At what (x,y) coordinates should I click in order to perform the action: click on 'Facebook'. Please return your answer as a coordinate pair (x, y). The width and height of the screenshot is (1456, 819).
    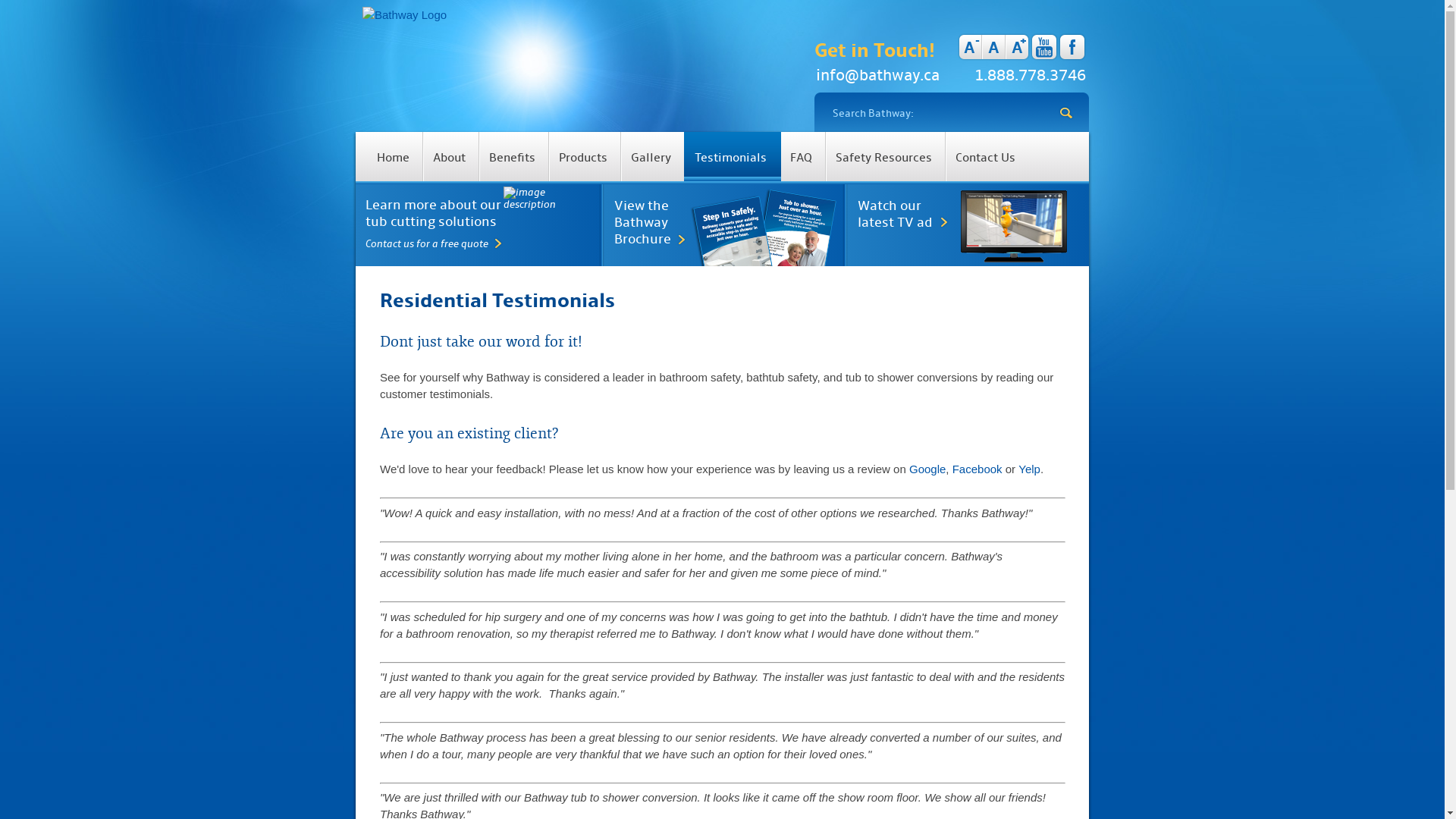
    Looking at the image, I should click on (977, 468).